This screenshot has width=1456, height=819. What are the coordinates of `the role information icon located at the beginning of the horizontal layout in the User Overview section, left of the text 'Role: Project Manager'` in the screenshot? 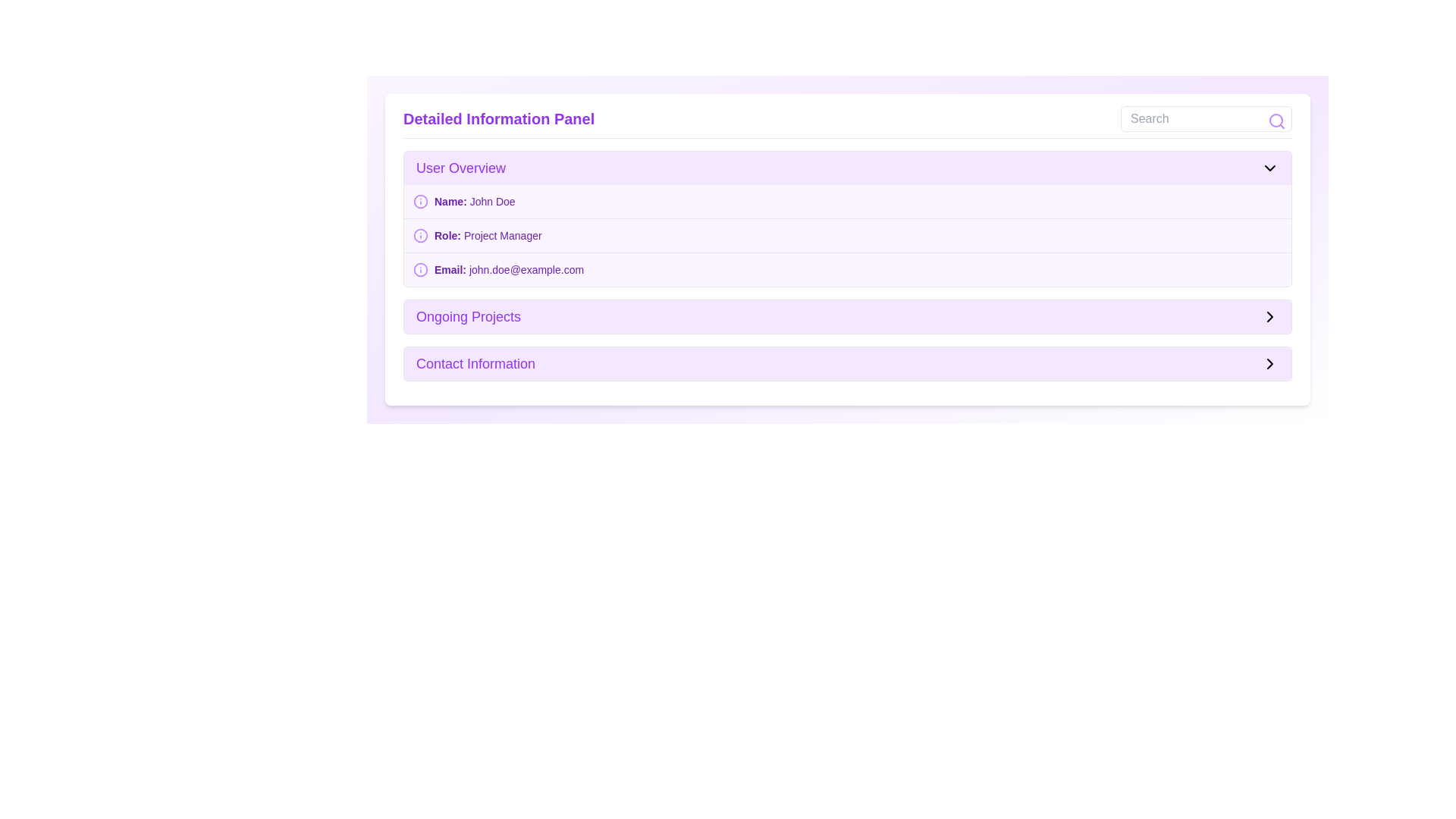 It's located at (421, 236).